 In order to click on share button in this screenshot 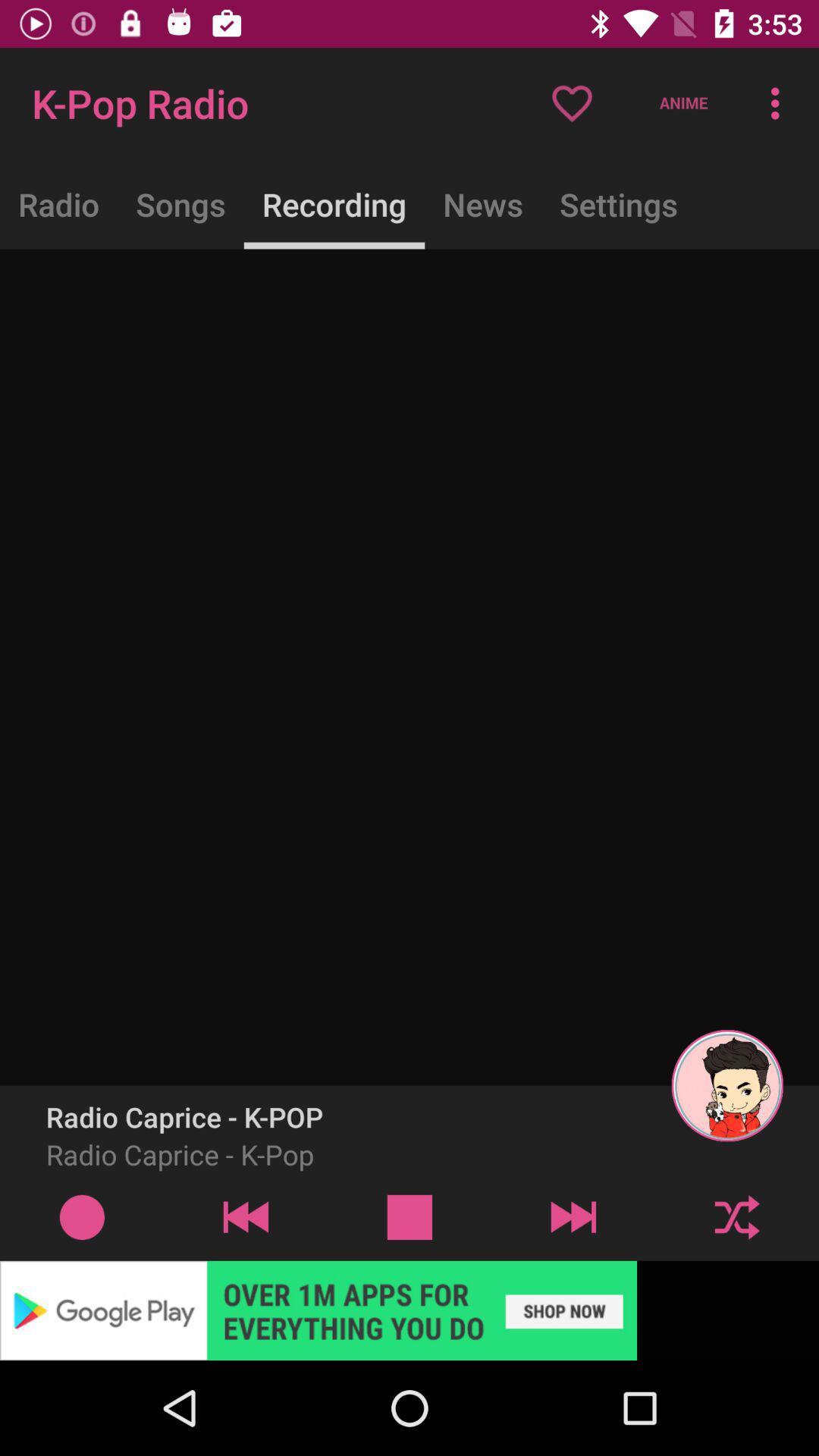, I will do `click(736, 1216)`.